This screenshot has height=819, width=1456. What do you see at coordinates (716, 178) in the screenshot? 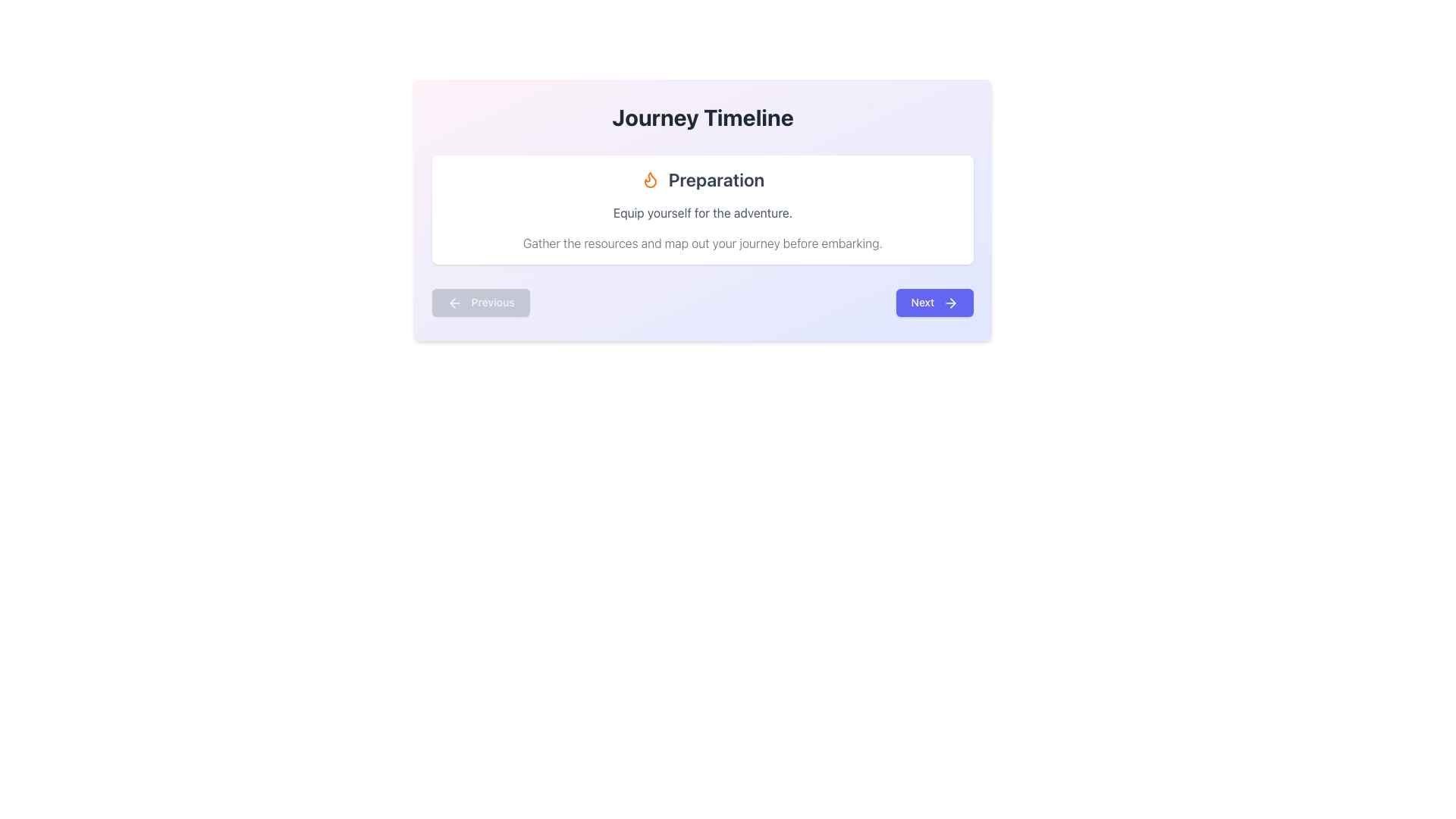
I see `the text label titled 'Preparation', which is centrally located beneath the 'Journey Timeline' heading and serves as a section title` at bounding box center [716, 178].